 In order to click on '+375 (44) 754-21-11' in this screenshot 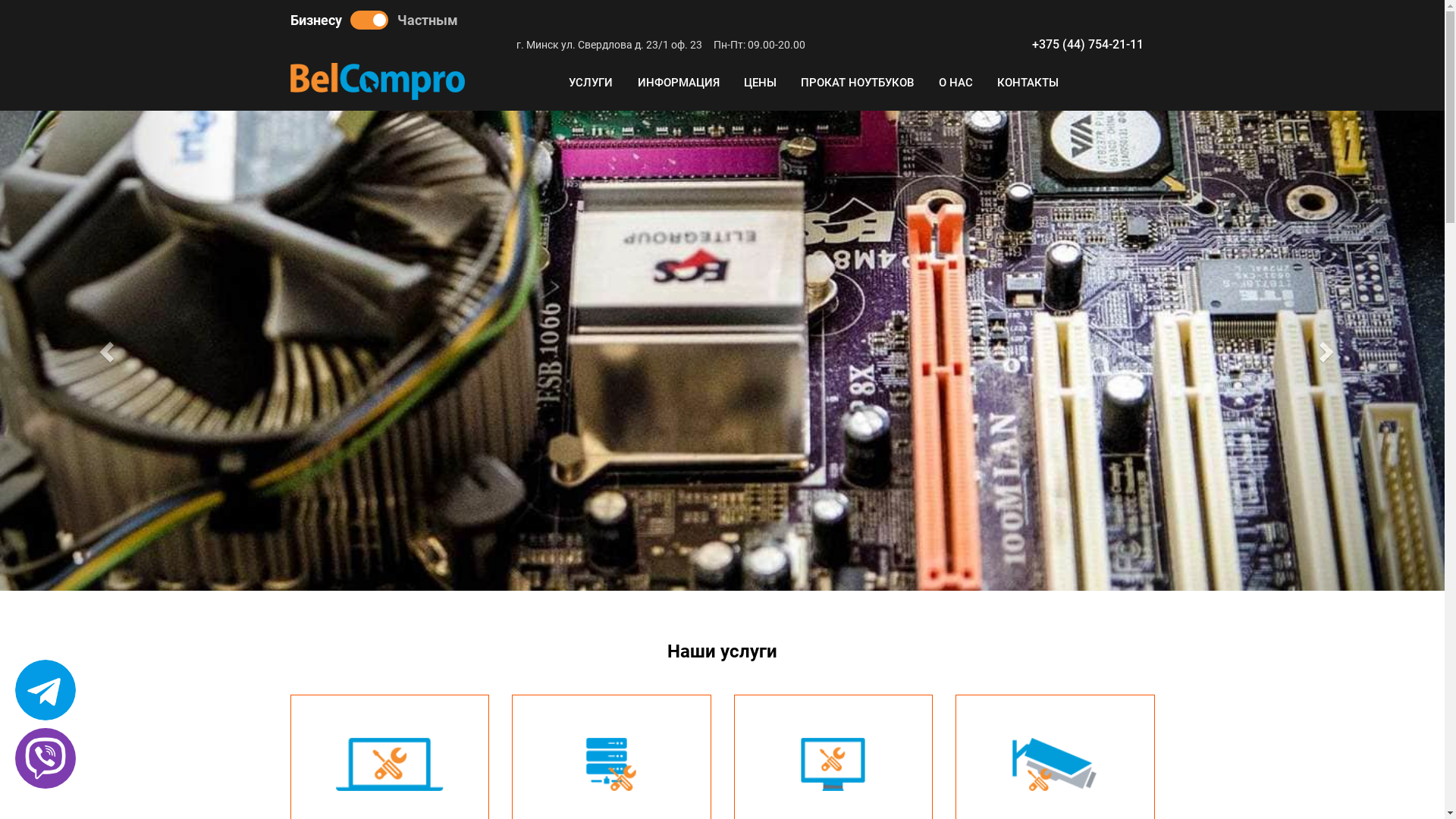, I will do `click(1086, 43)`.